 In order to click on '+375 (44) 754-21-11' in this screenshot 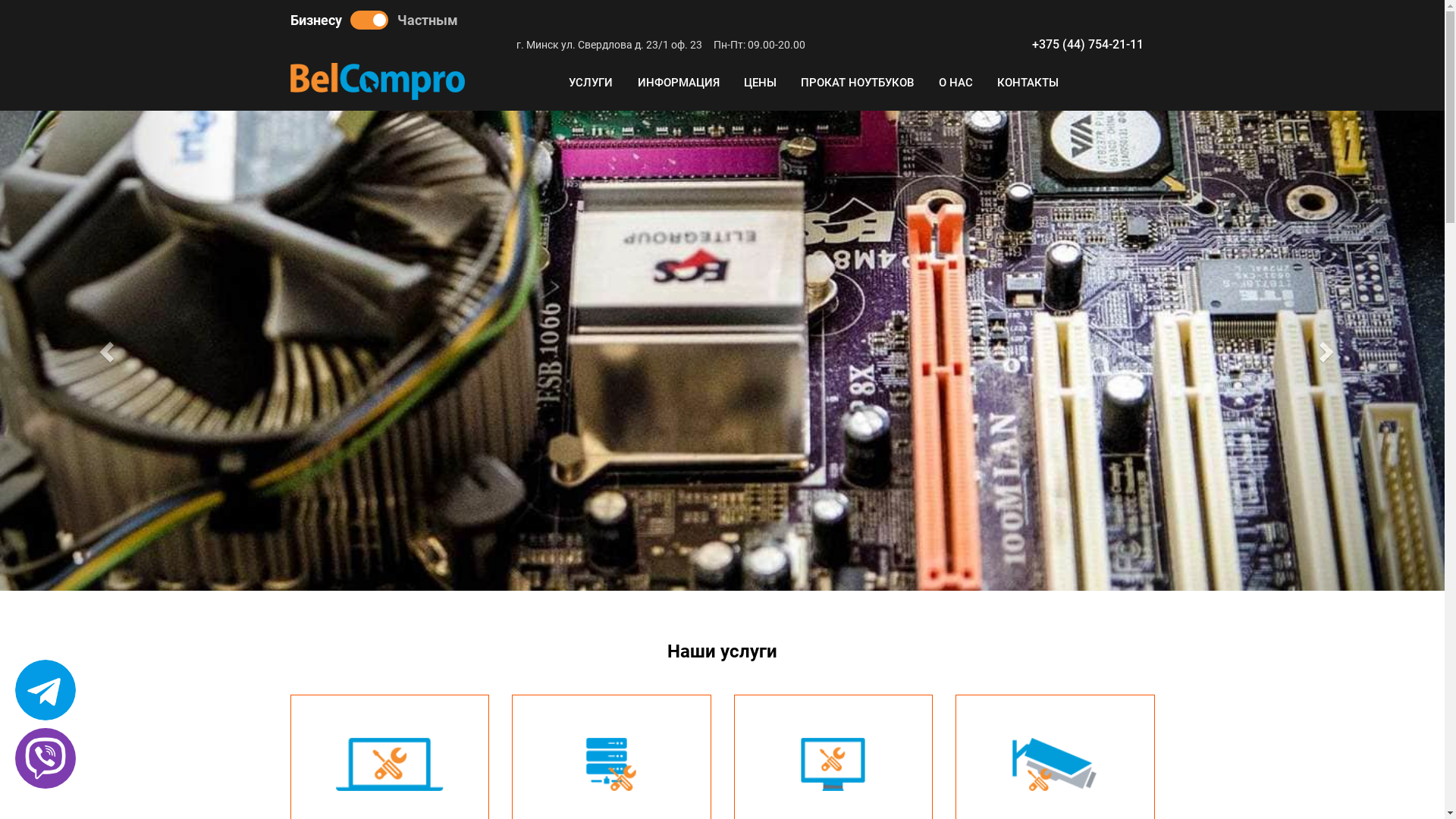, I will do `click(1086, 43)`.